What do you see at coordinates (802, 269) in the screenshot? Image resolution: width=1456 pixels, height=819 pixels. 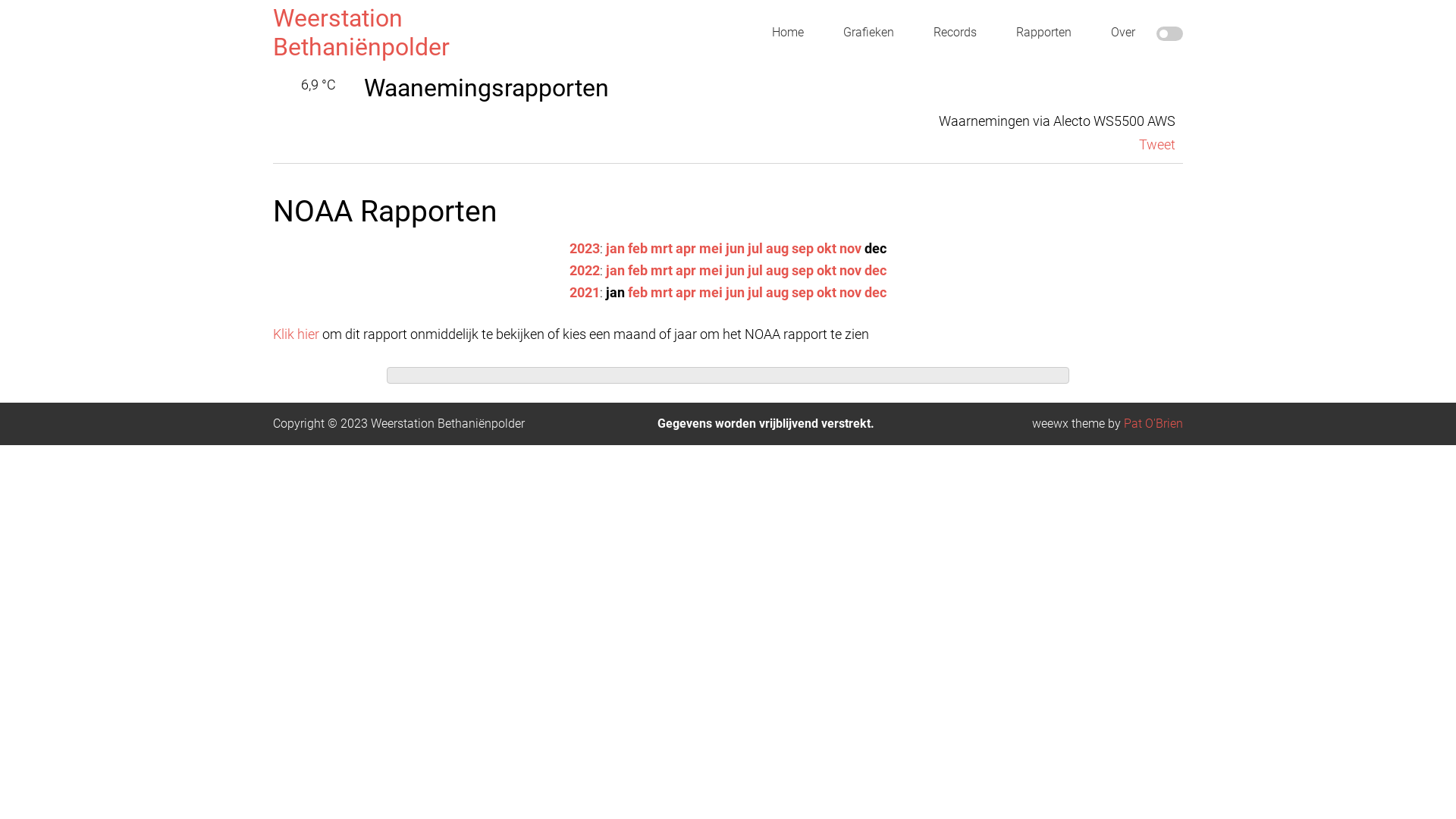 I see `'sep'` at bounding box center [802, 269].